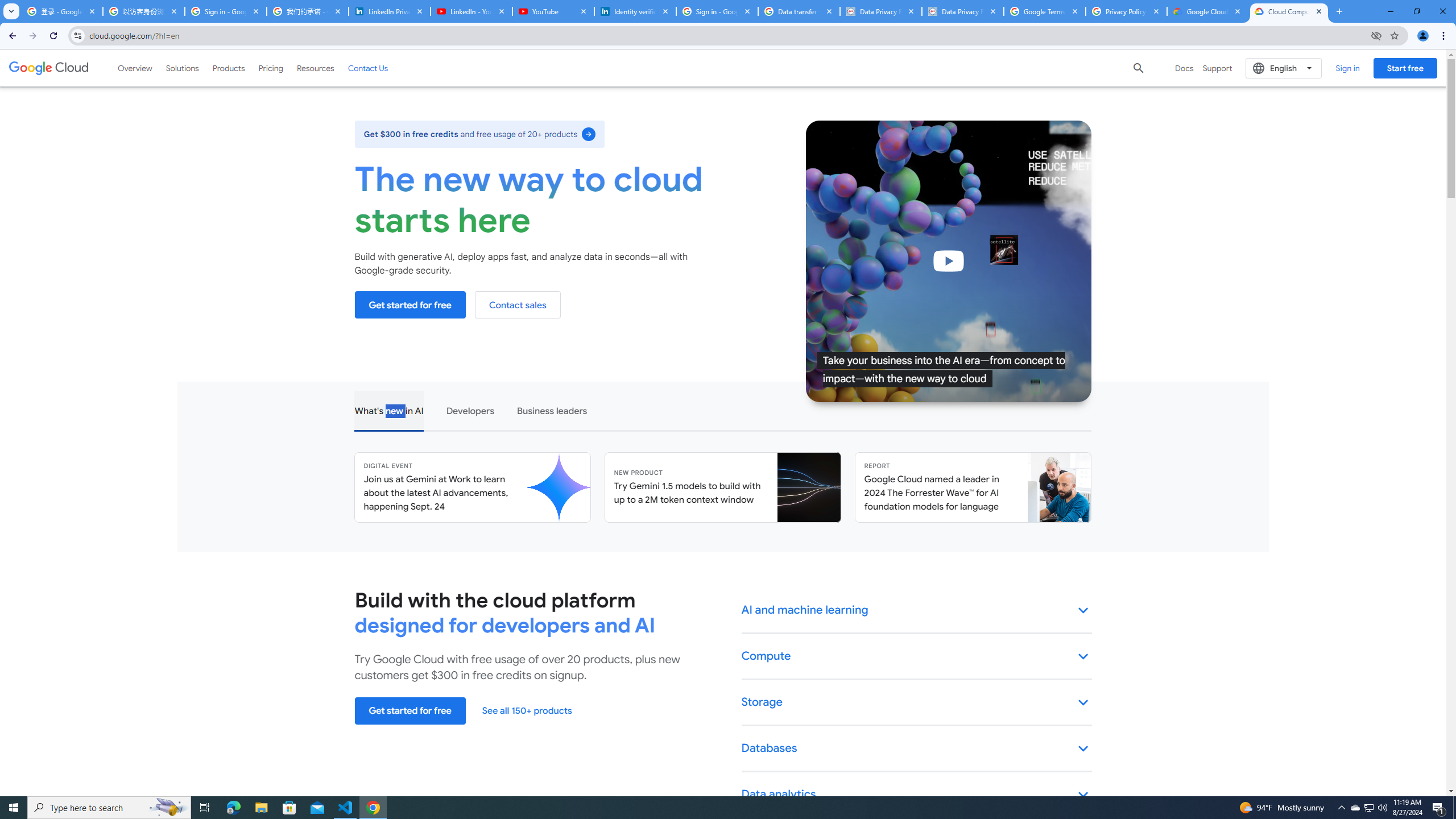  Describe the element at coordinates (916, 748) in the screenshot. I see `'Databases keyboard_arrow_down'` at that location.